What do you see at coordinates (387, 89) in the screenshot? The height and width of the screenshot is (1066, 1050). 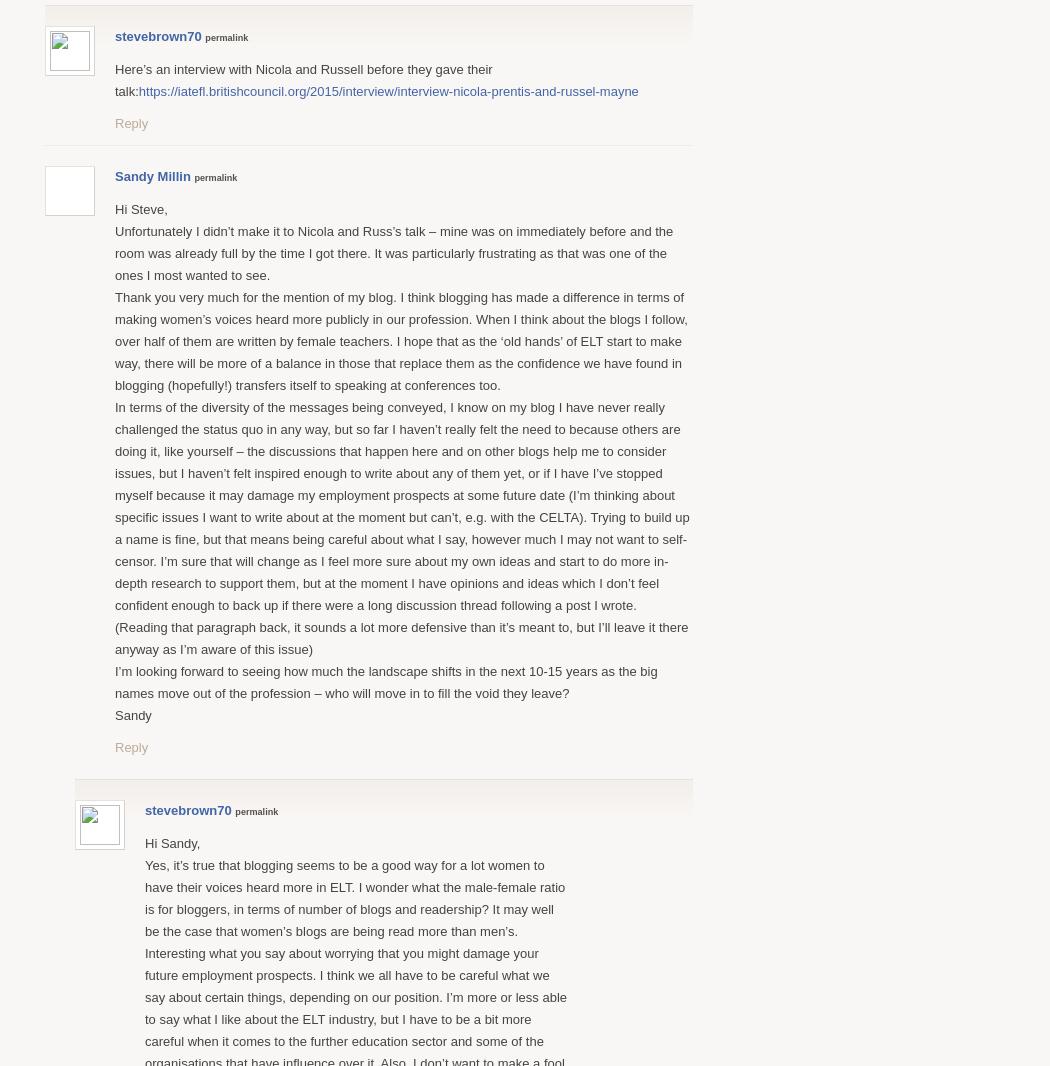 I see `'https://iatefl.britishcouncil.org/2015/interview/interview-nicola-prentis-and-russel-mayne'` at bounding box center [387, 89].